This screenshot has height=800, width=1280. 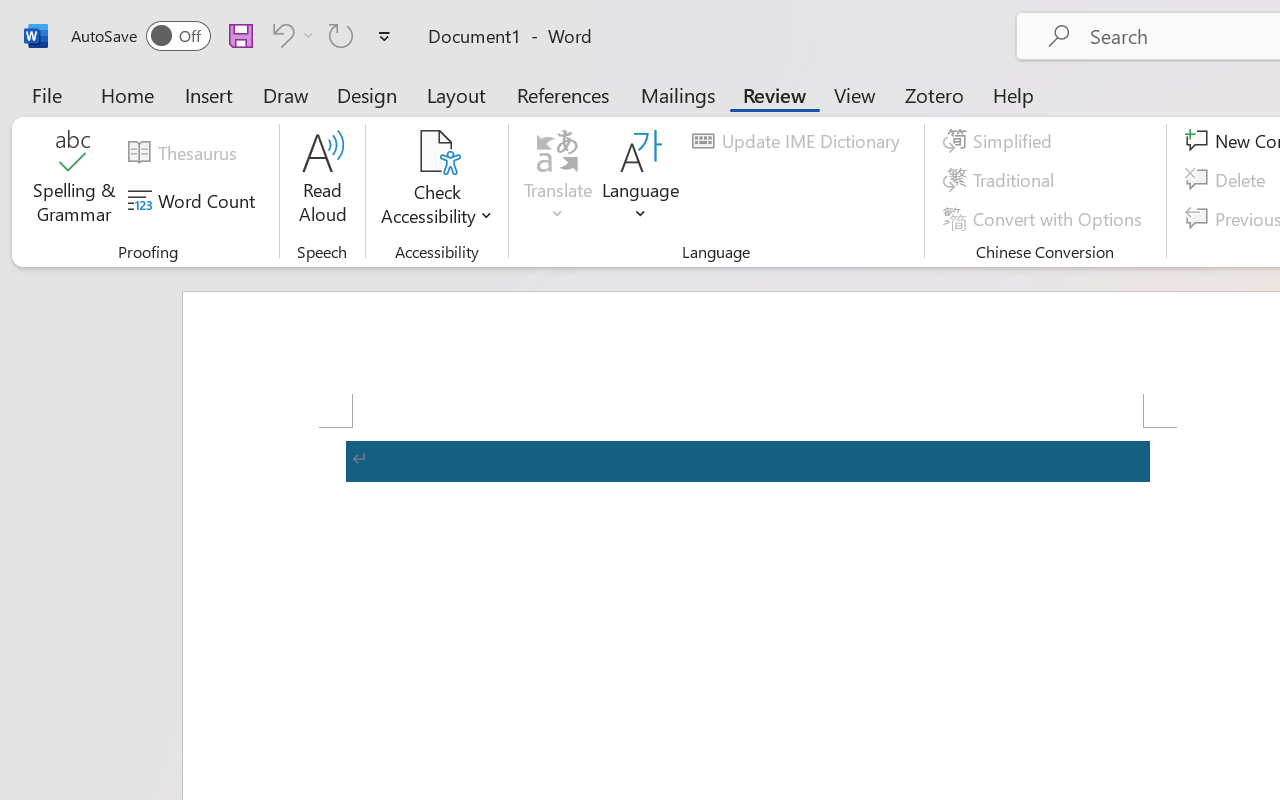 I want to click on 'Language', so click(x=641, y=179).